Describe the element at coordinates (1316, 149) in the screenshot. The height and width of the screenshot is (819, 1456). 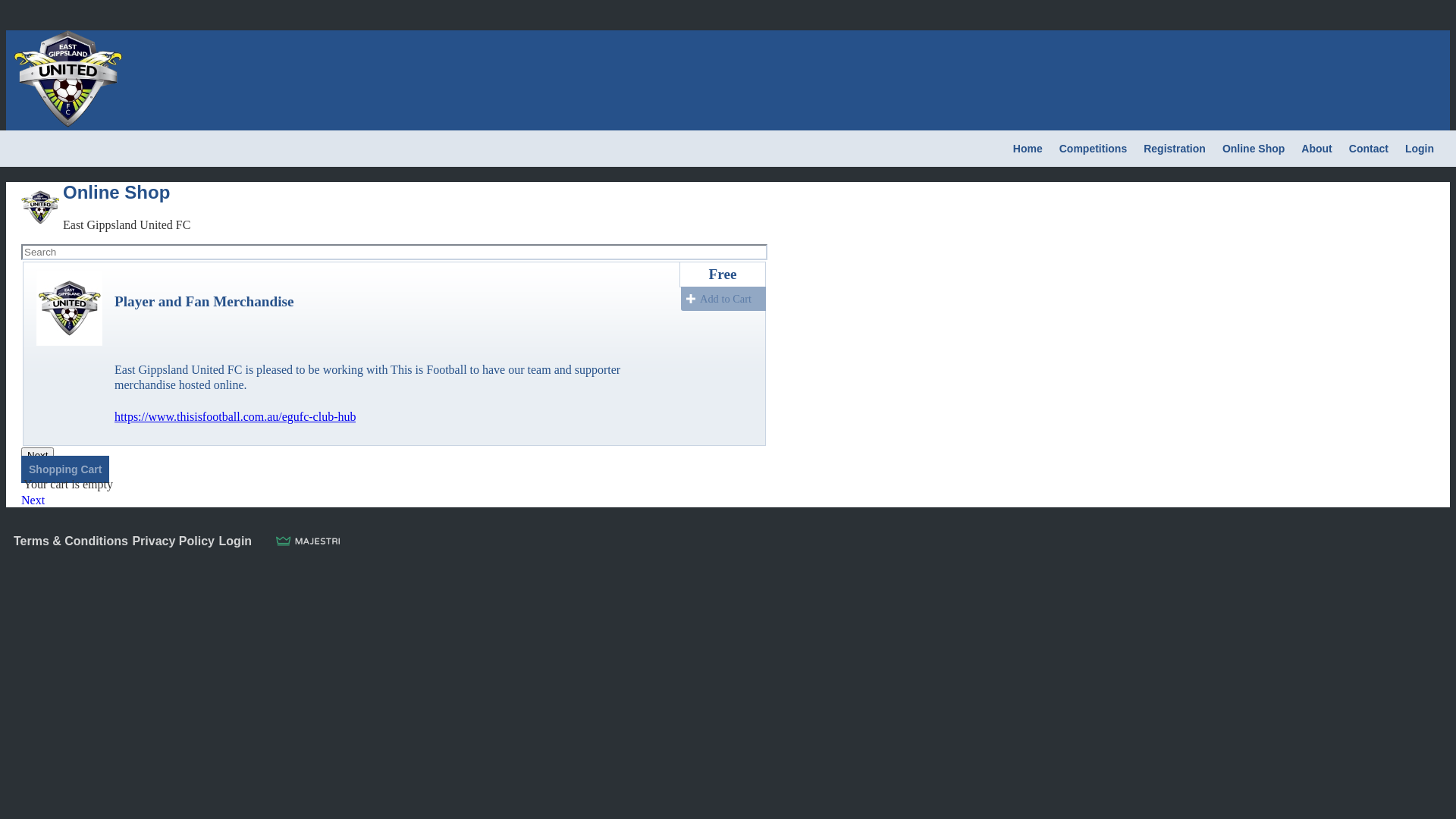
I see `'About'` at that location.